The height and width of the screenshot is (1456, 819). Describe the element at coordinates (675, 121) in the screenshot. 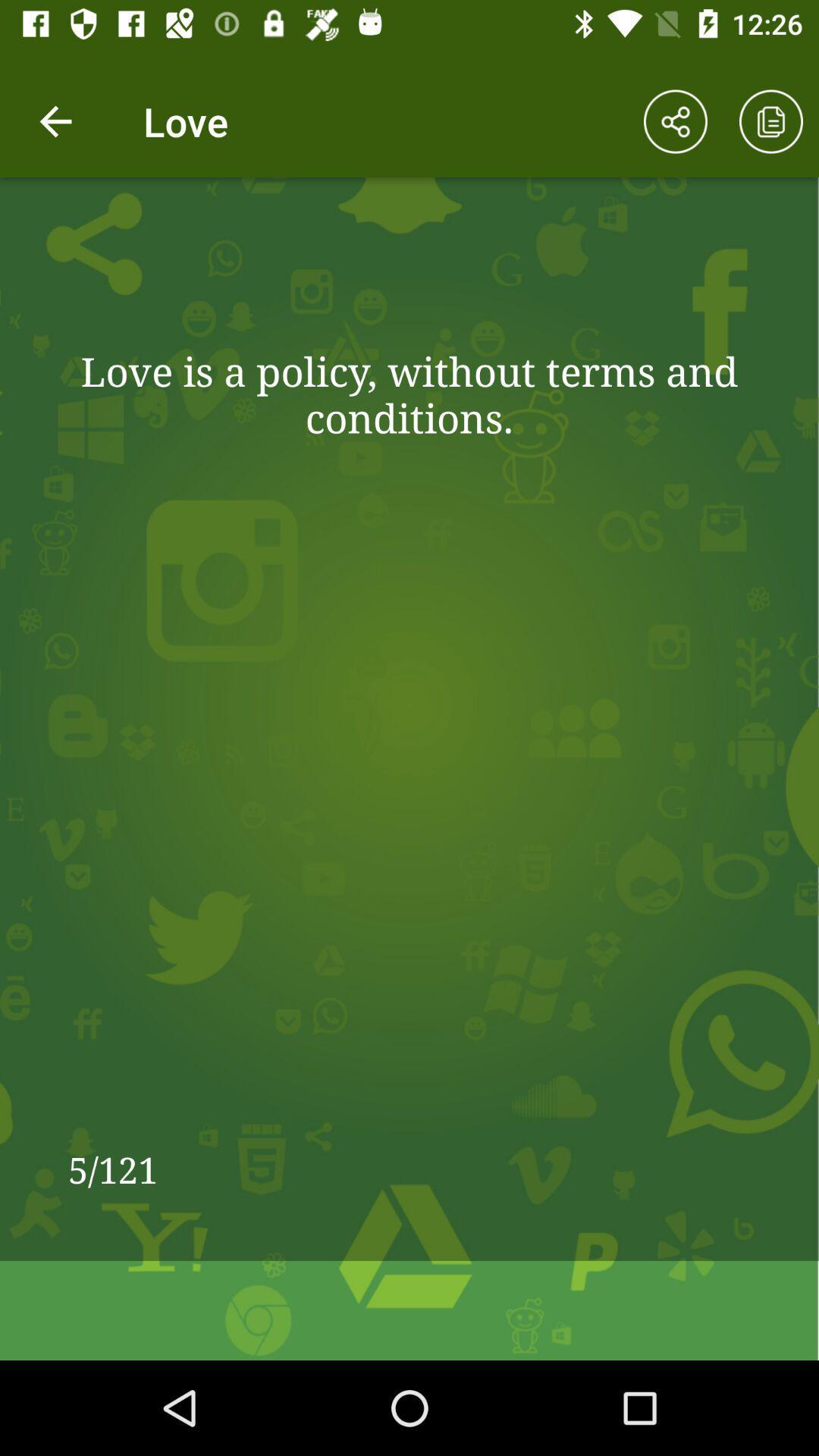

I see `share` at that location.